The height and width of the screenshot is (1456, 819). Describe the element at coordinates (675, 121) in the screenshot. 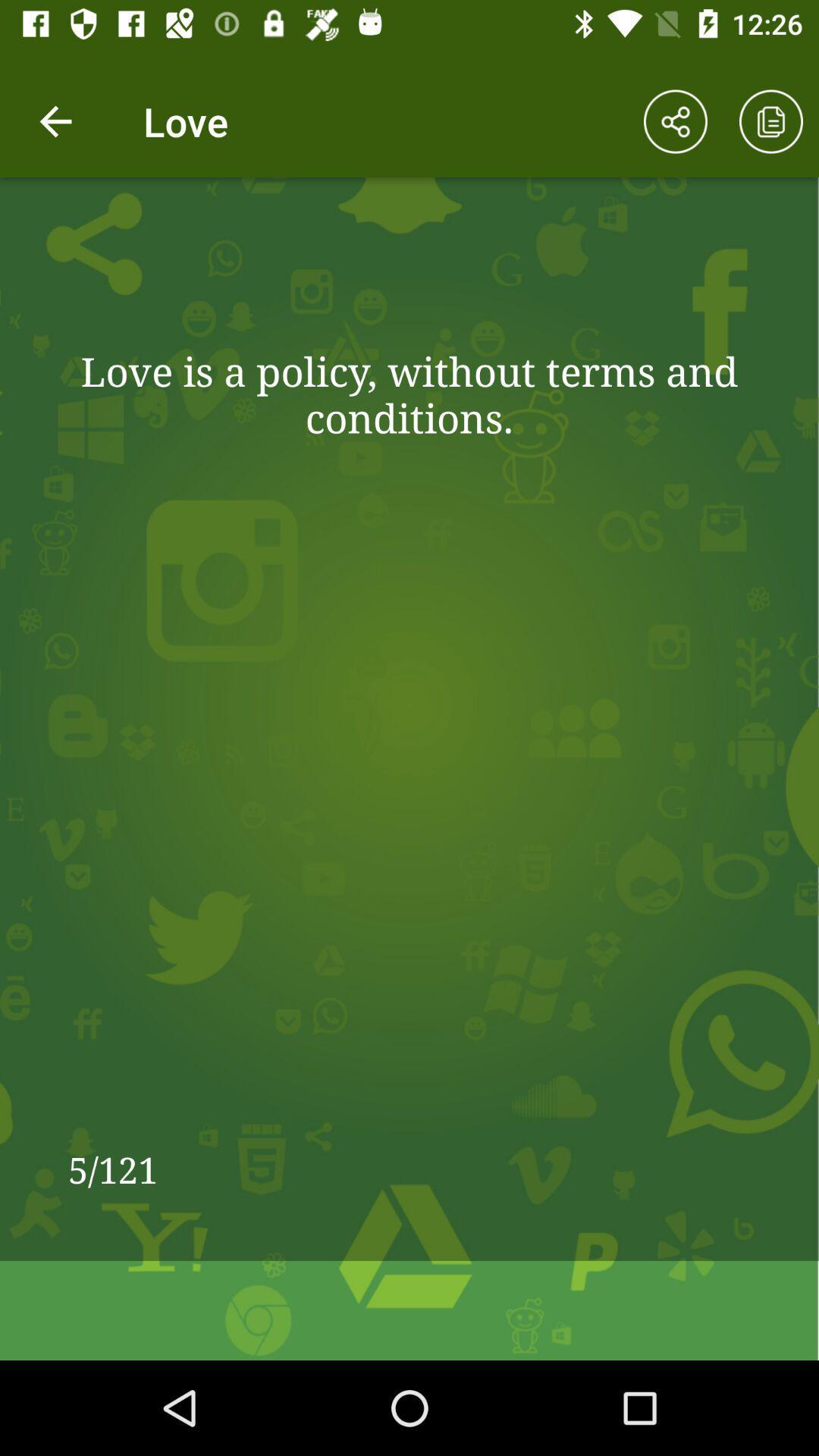

I see `share` at that location.